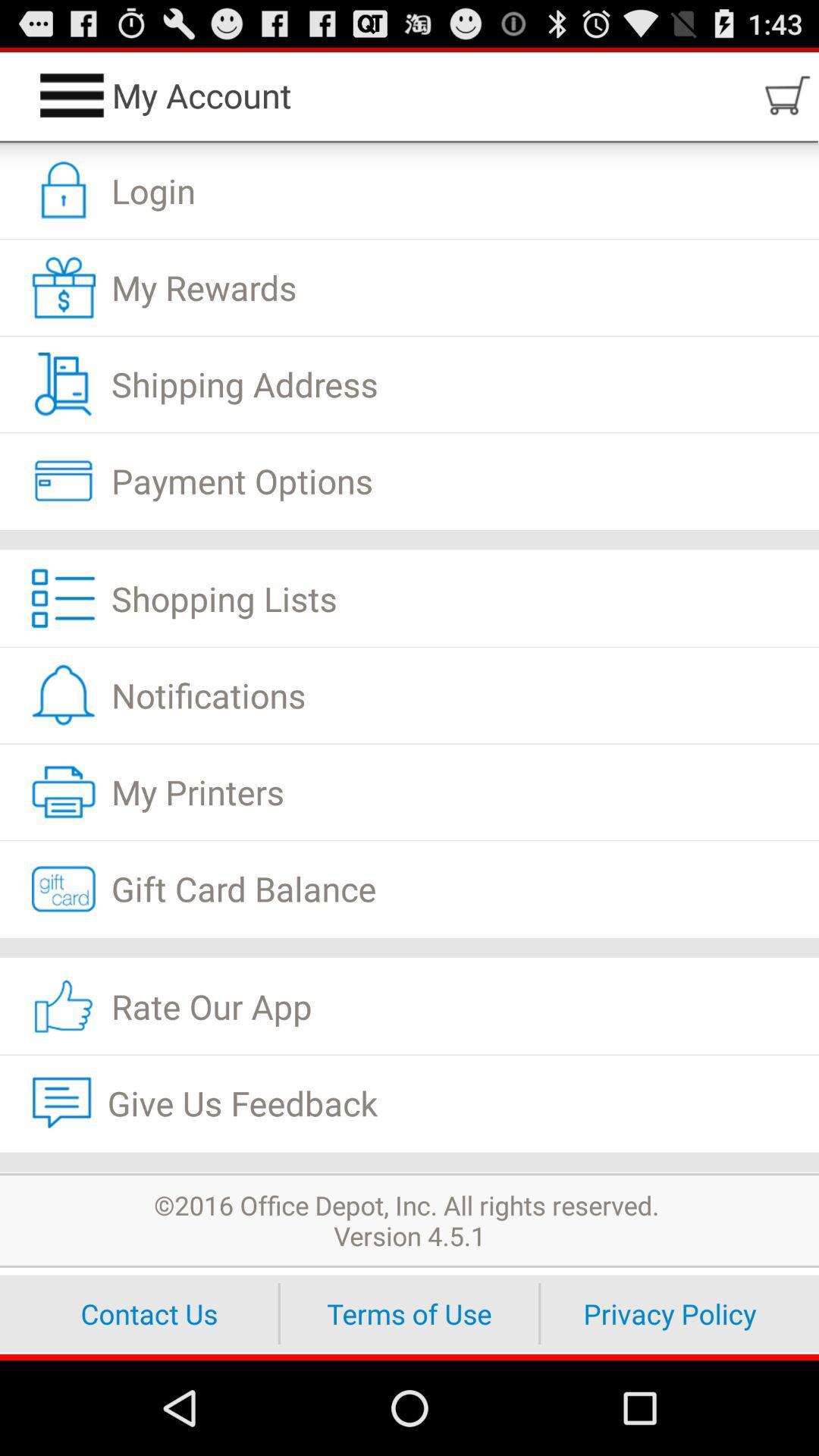  What do you see at coordinates (409, 1161) in the screenshot?
I see `the app below the give us feedback app` at bounding box center [409, 1161].